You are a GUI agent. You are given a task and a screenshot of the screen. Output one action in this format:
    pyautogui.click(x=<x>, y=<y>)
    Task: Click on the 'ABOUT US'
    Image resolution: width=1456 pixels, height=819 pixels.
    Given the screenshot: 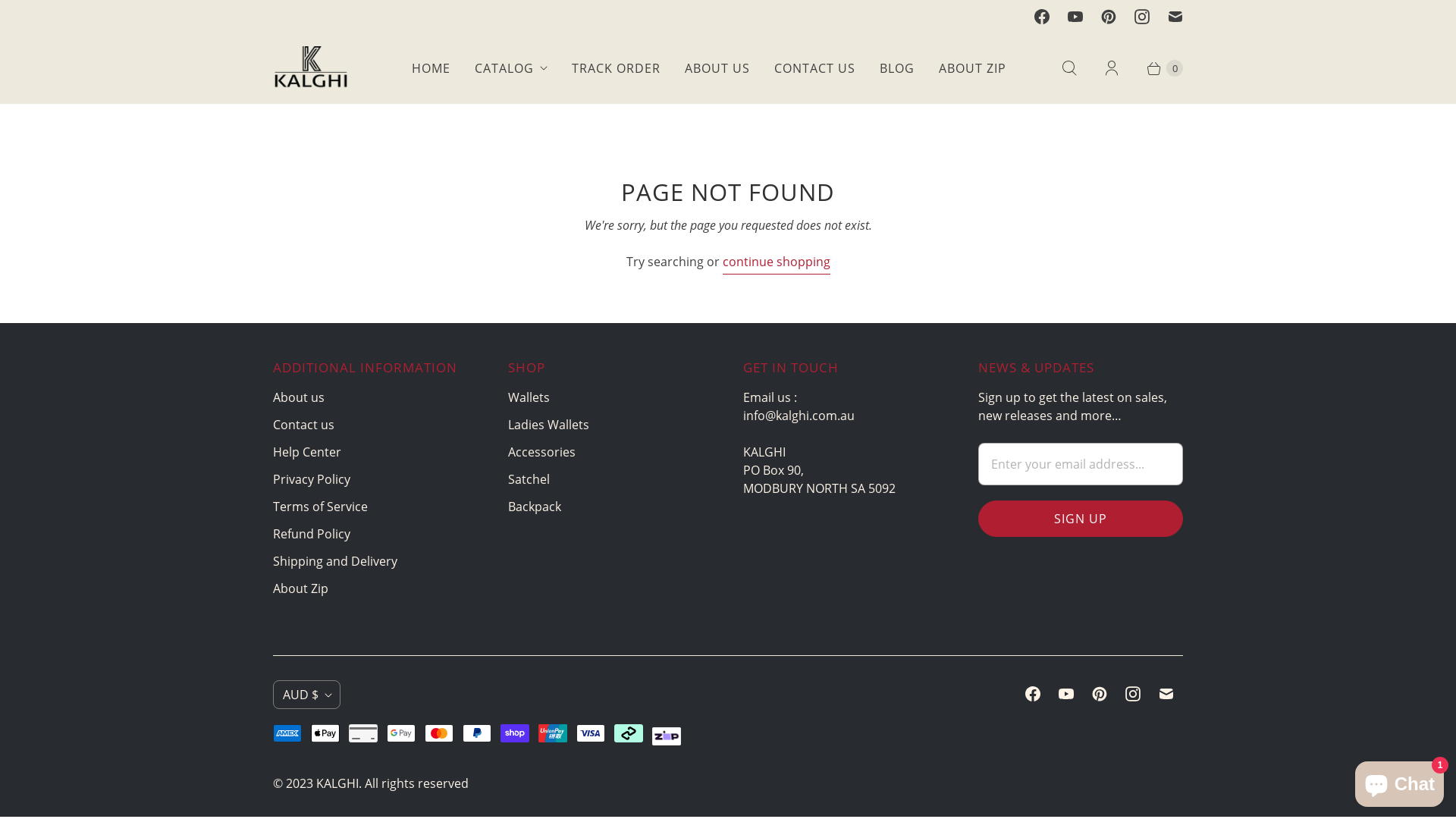 What is the action you would take?
    pyautogui.click(x=672, y=67)
    